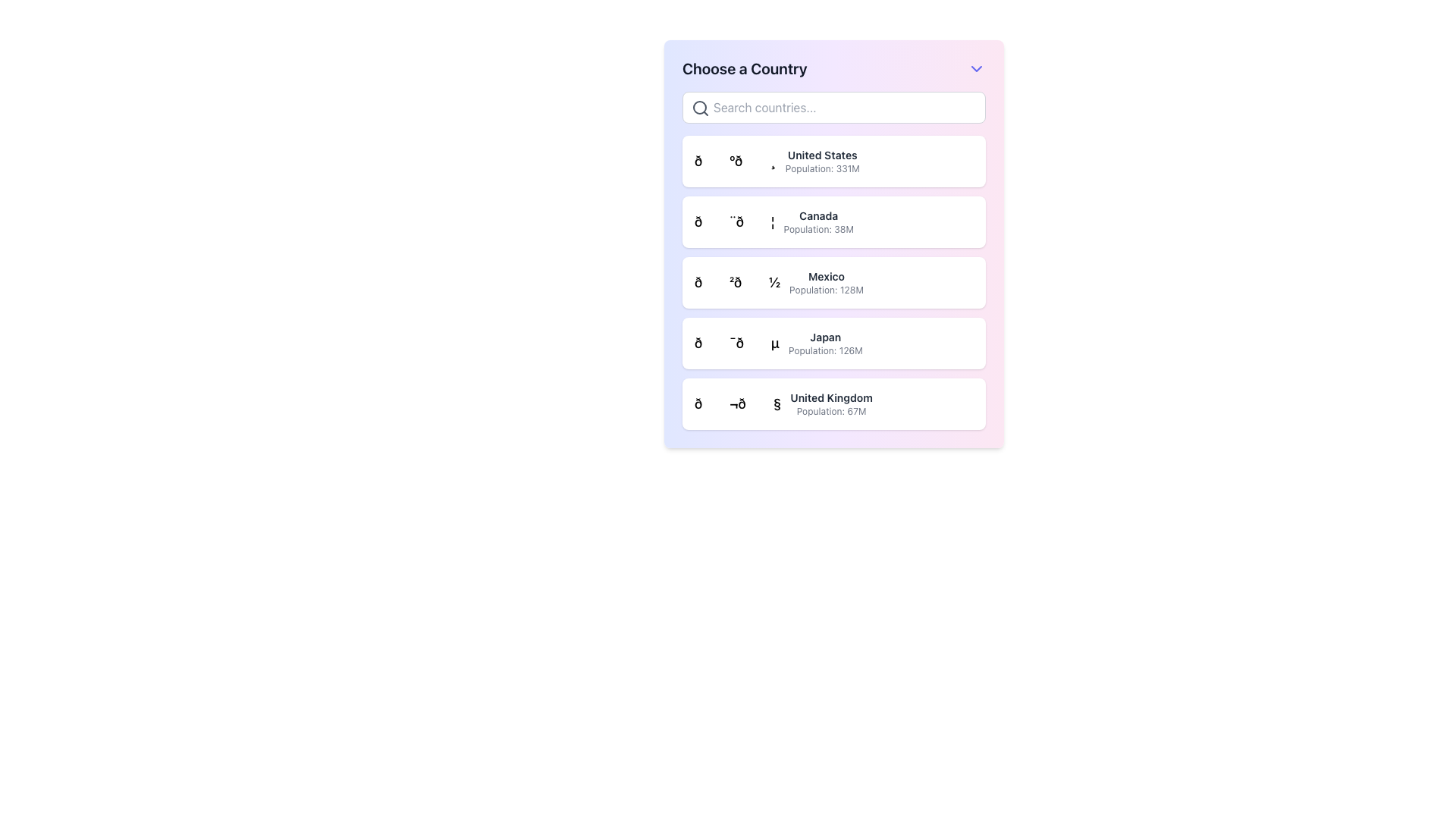 The height and width of the screenshot is (819, 1456). What do you see at coordinates (830, 397) in the screenshot?
I see `the Text Label that represents the name of a country, which is located above the 'Population: 67M' text in the last listed item of a vertically stacked list of countries` at bounding box center [830, 397].